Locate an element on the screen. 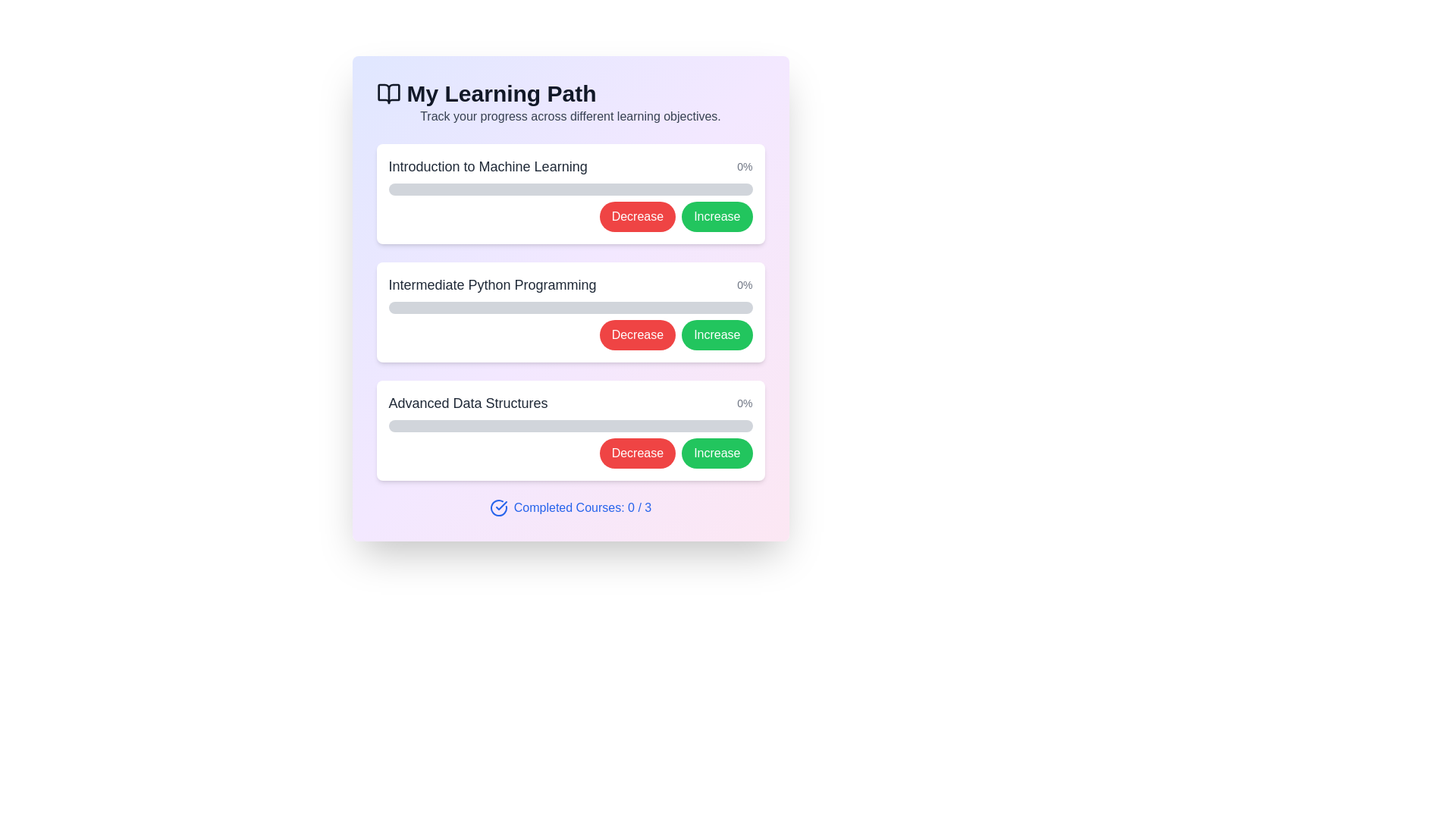  the green 'Increase' button in the Horizontal button group at the bottom-right corner of the 'Advanced Data Structures' card to increment the progress is located at coordinates (570, 452).